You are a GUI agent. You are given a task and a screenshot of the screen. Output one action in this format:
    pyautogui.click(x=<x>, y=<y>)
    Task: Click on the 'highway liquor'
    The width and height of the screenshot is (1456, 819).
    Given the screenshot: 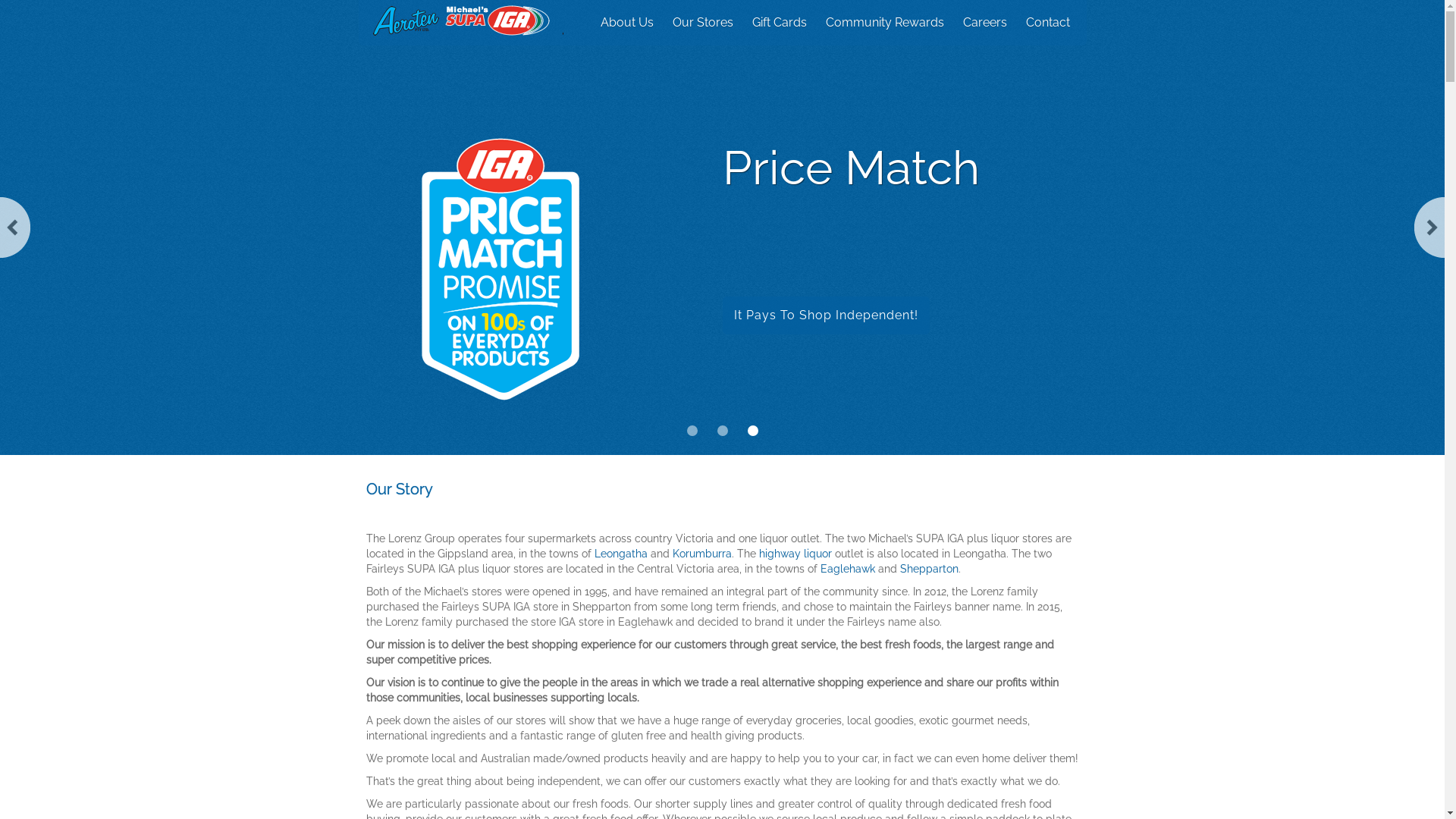 What is the action you would take?
    pyautogui.click(x=758, y=553)
    